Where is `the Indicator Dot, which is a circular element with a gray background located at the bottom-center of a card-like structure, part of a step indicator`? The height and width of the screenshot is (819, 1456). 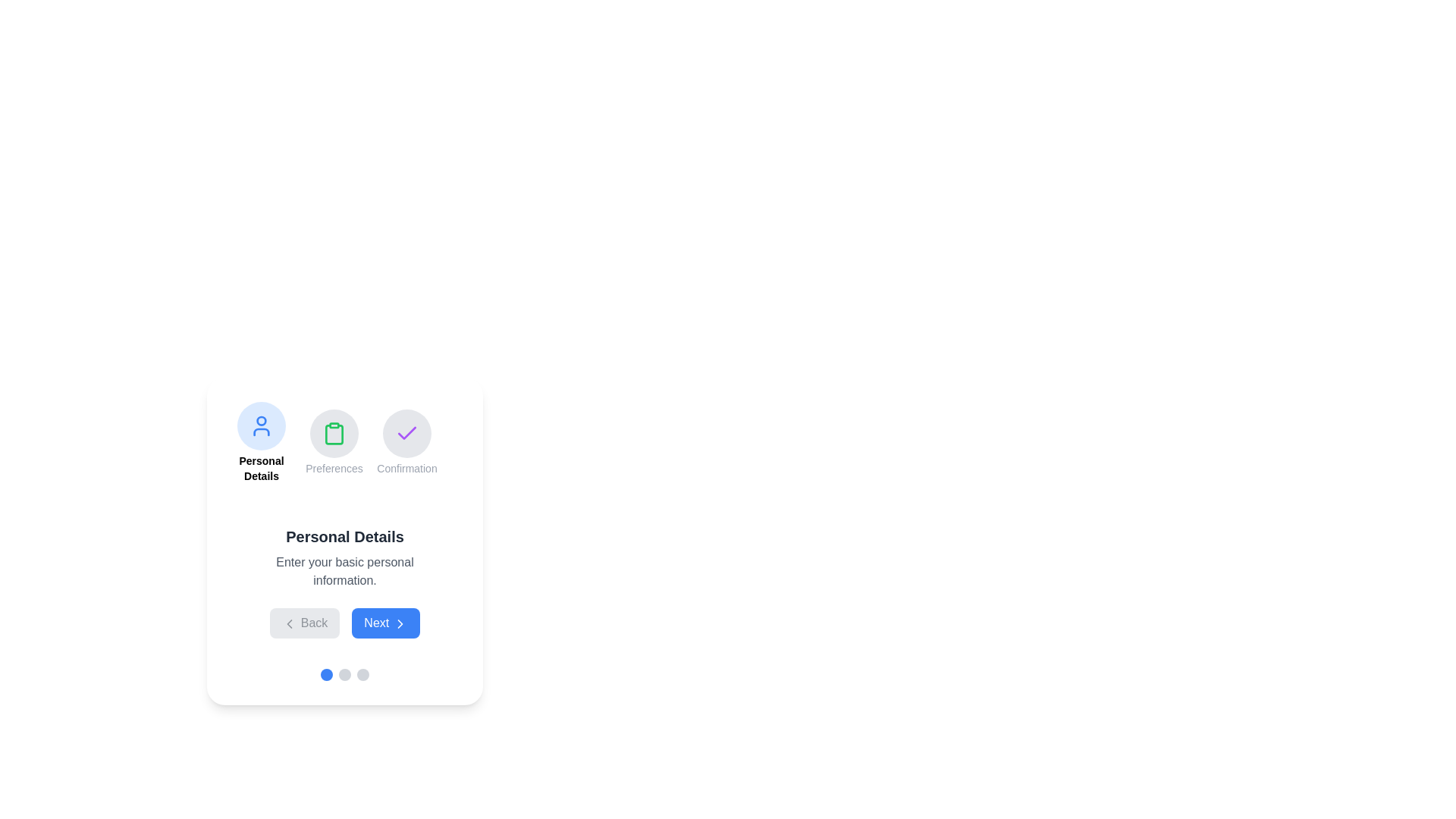 the Indicator Dot, which is a circular element with a gray background located at the bottom-center of a card-like structure, part of a step indicator is located at coordinates (344, 674).